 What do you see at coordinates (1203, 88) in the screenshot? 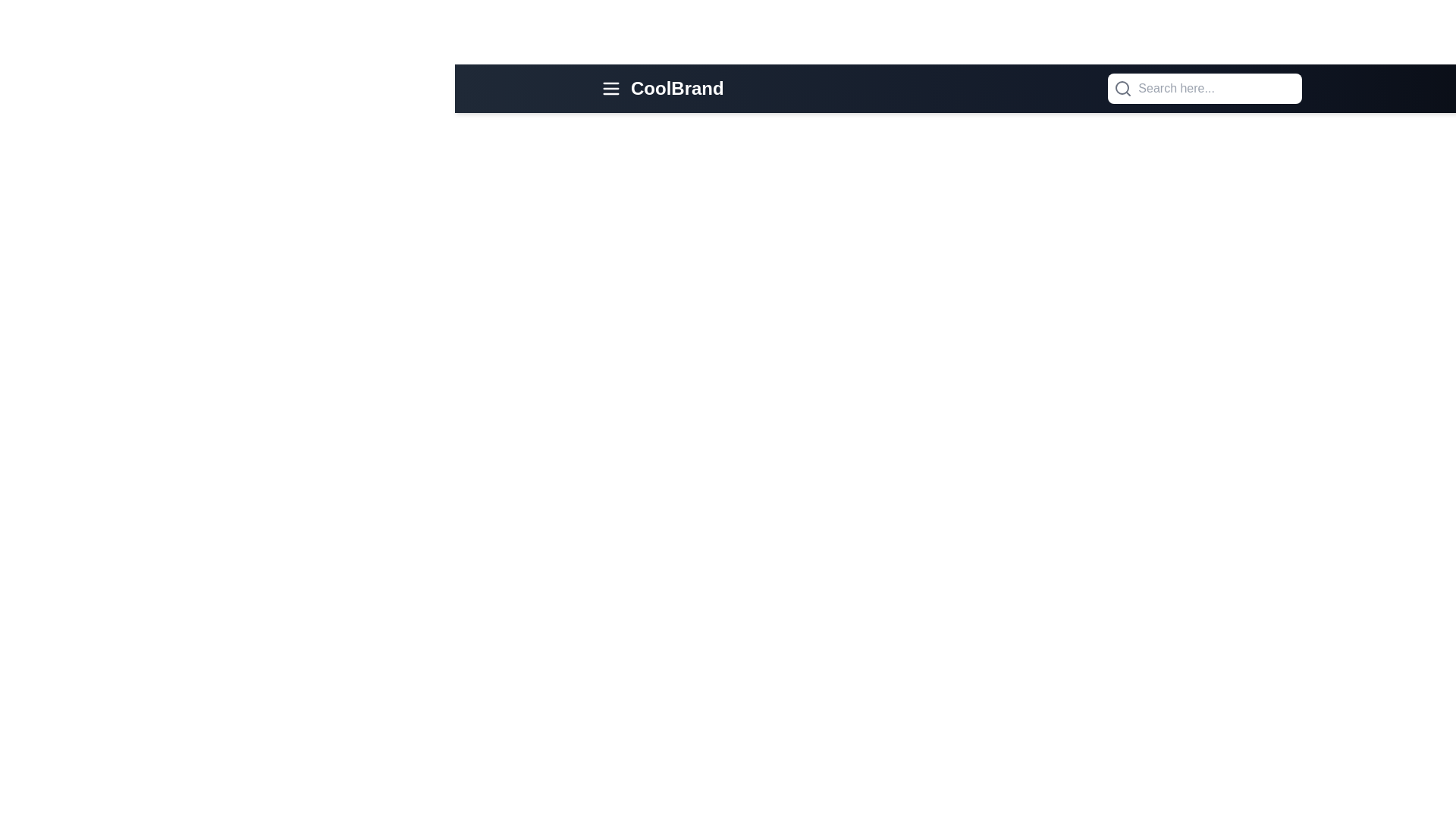
I see `the search input field to focus it` at bounding box center [1203, 88].